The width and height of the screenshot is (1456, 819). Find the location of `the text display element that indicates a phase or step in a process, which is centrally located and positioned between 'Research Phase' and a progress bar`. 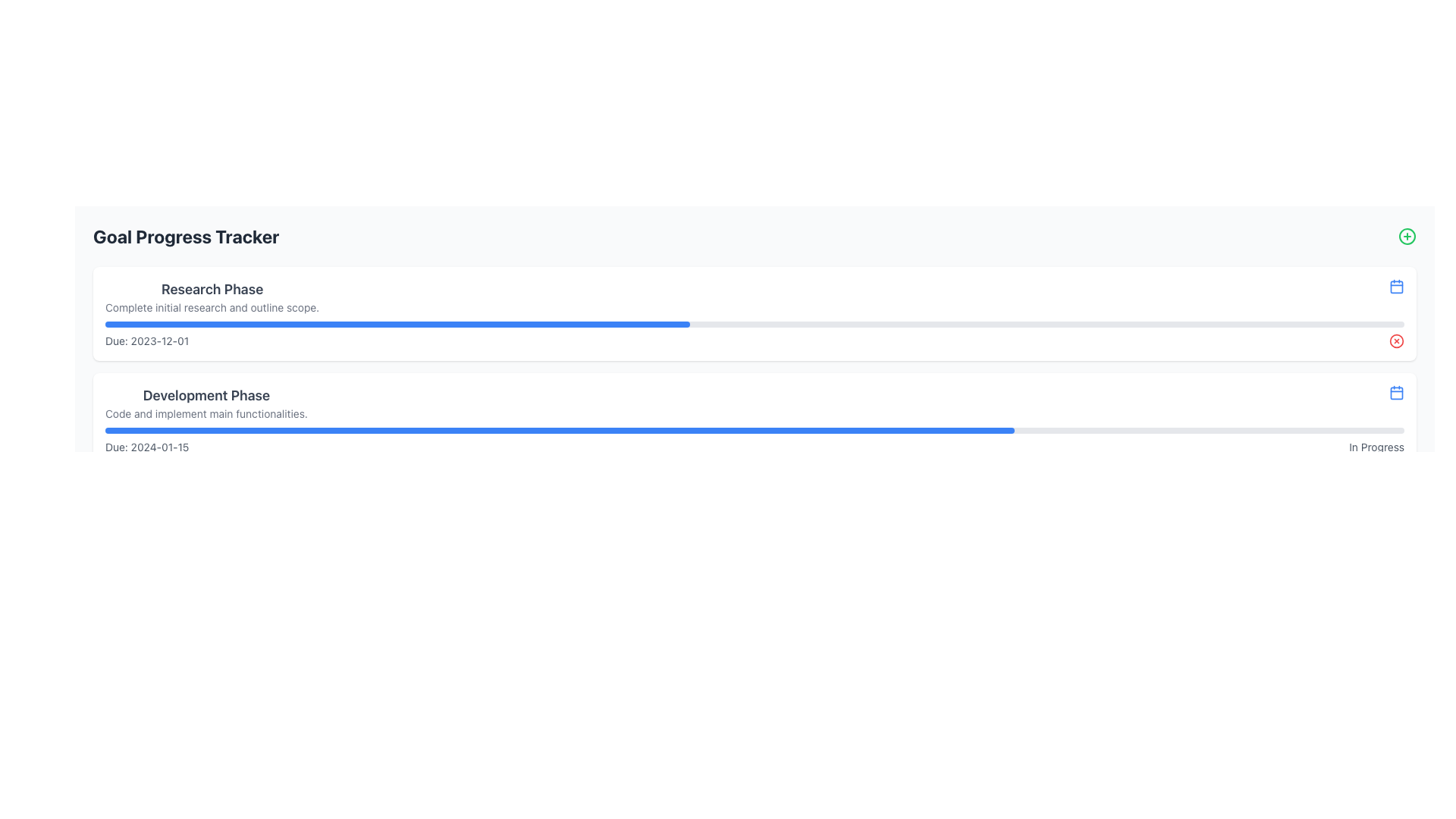

the text display element that indicates a phase or step in a process, which is centrally located and positioned between 'Research Phase' and a progress bar is located at coordinates (206, 403).